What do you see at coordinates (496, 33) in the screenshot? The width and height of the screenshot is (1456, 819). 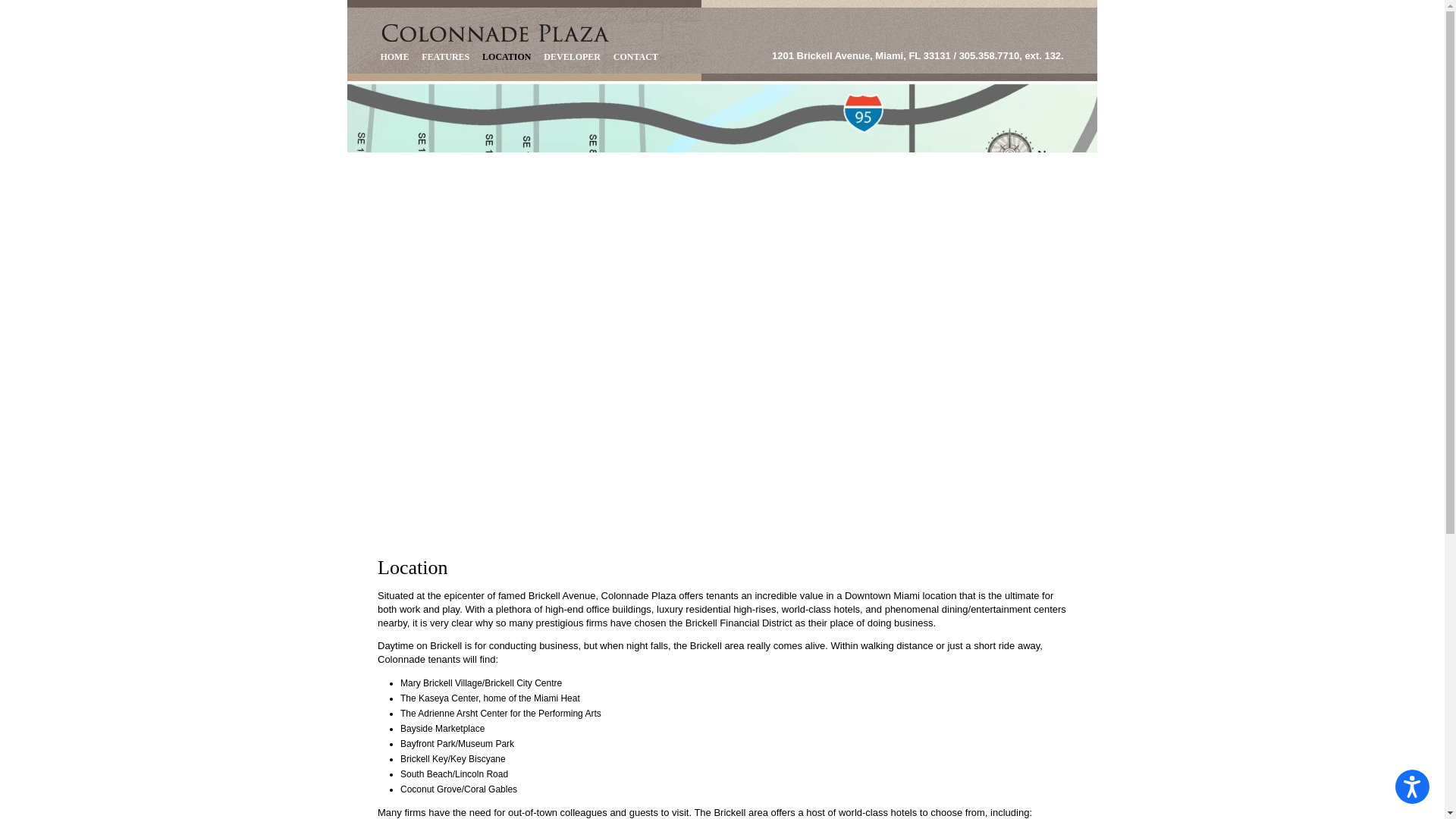 I see `'1201 Brickell'` at bounding box center [496, 33].